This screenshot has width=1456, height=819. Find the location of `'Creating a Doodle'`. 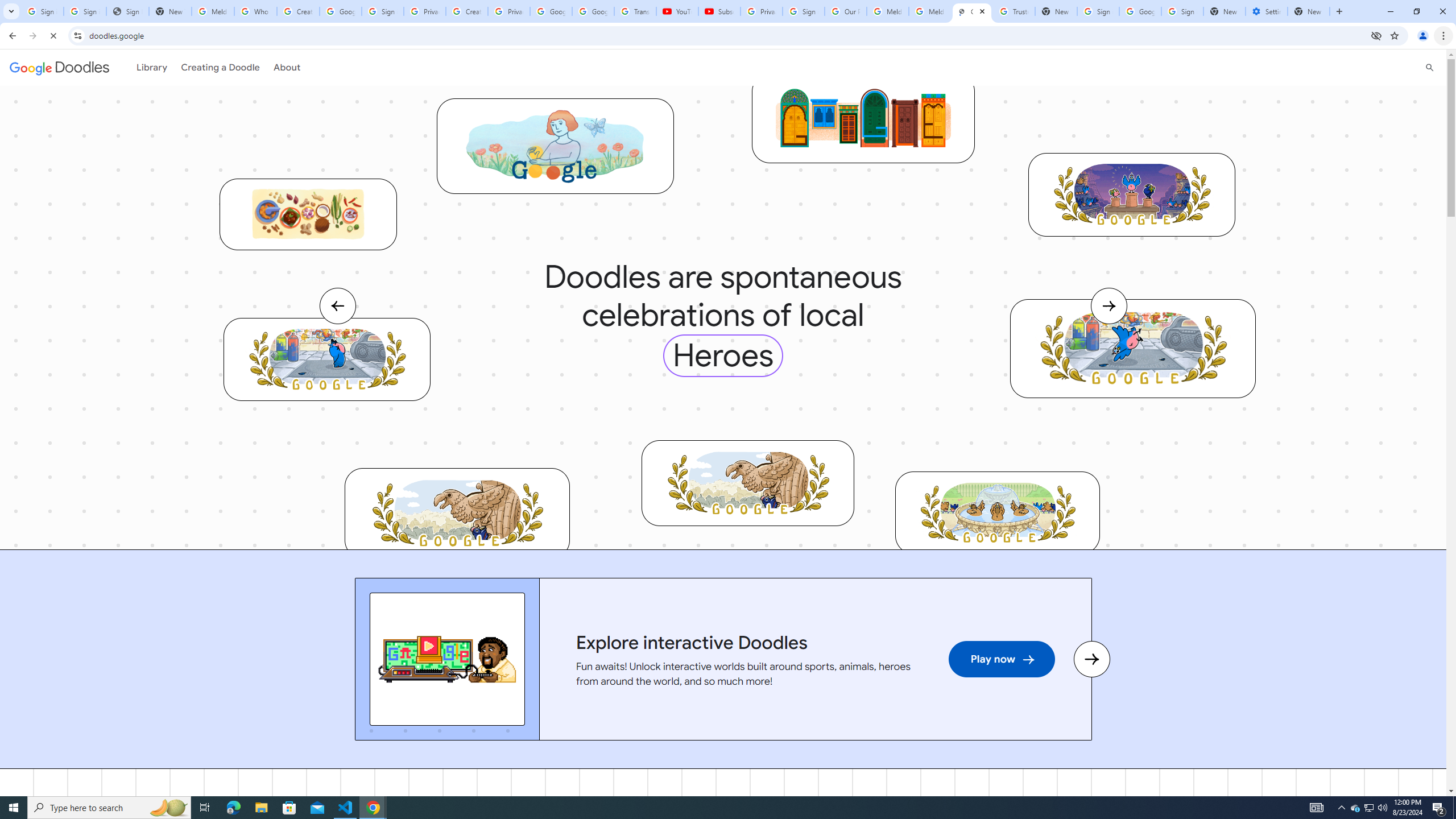

'Creating a Doodle' is located at coordinates (216, 67).